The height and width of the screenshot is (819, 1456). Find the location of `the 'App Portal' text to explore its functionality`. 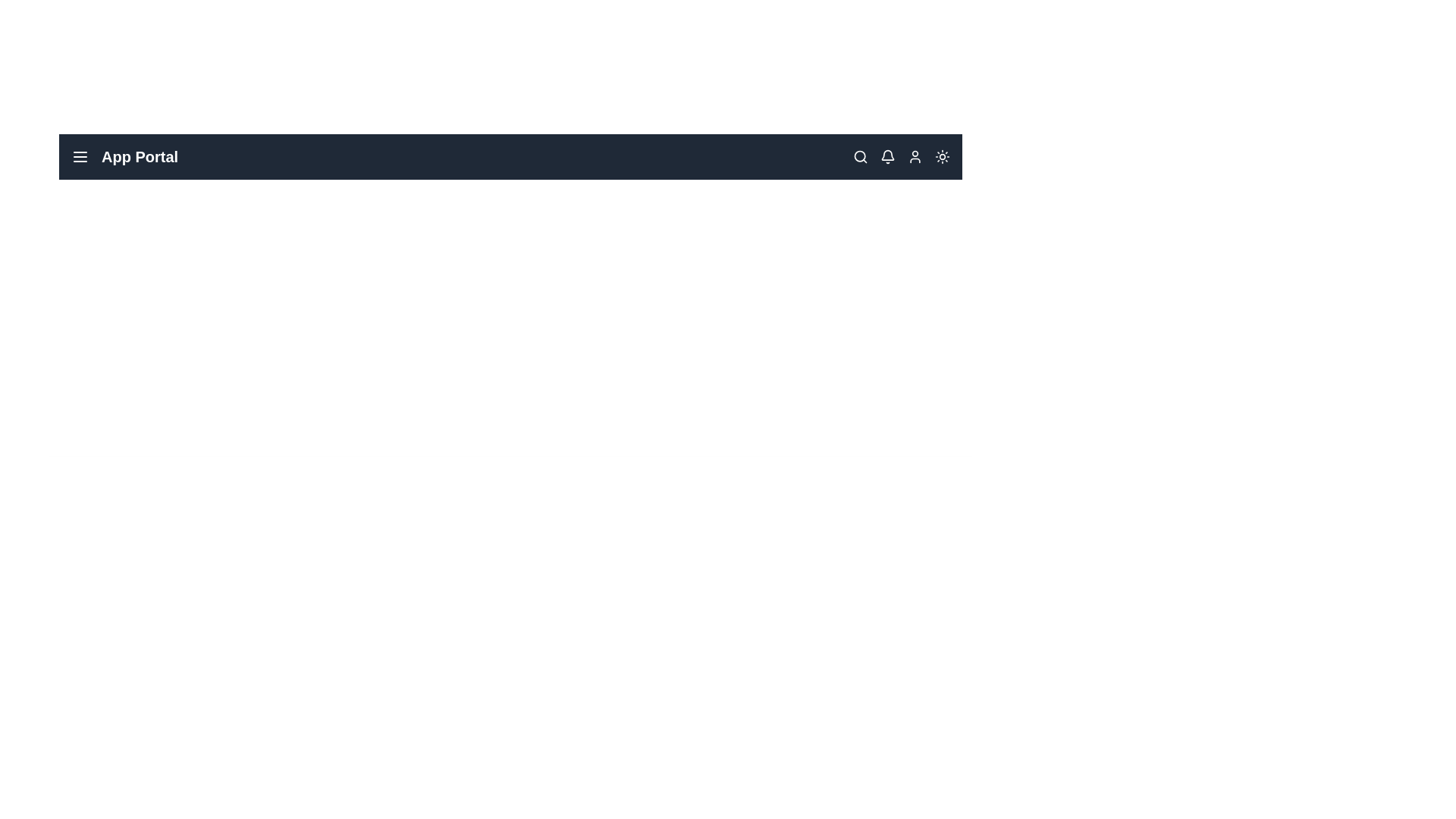

the 'App Portal' text to explore its functionality is located at coordinates (124, 157).